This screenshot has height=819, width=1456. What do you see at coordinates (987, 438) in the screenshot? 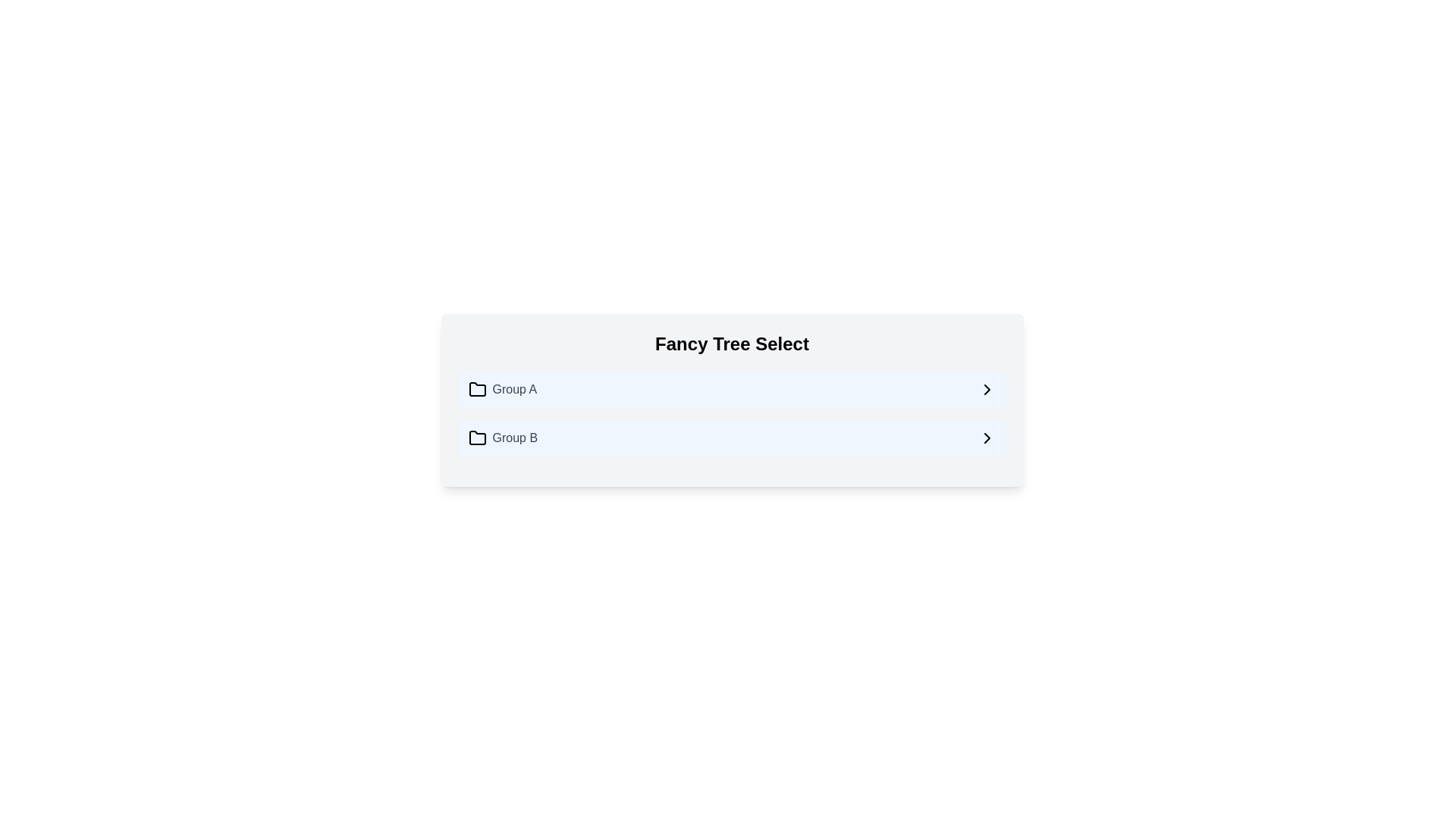
I see `the chevron icon located to the far right of the 'Group B' list item` at bounding box center [987, 438].